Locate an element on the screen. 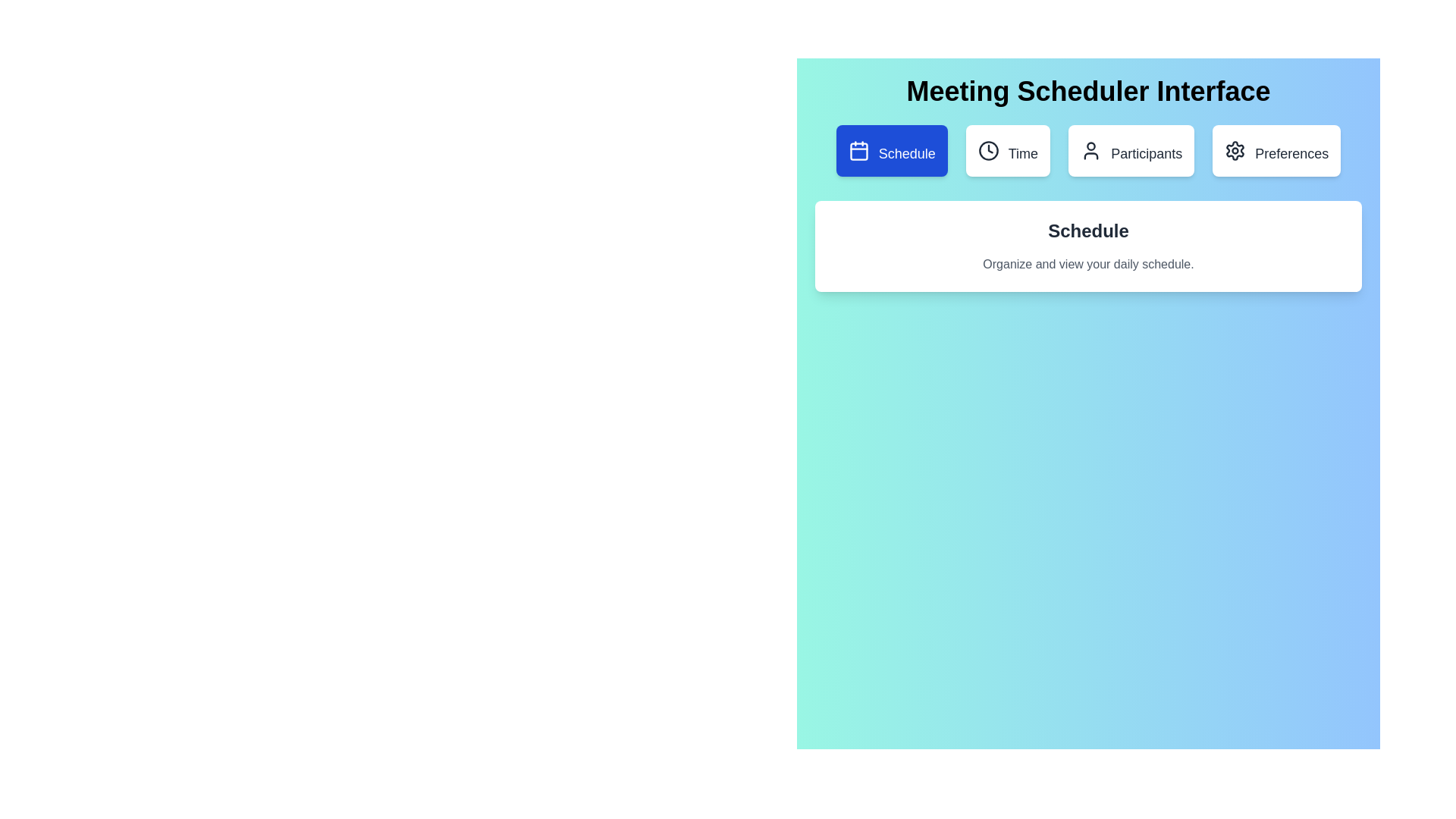  the rightmost button in a horizontal row of four buttons at the top of the interface is located at coordinates (1276, 151).